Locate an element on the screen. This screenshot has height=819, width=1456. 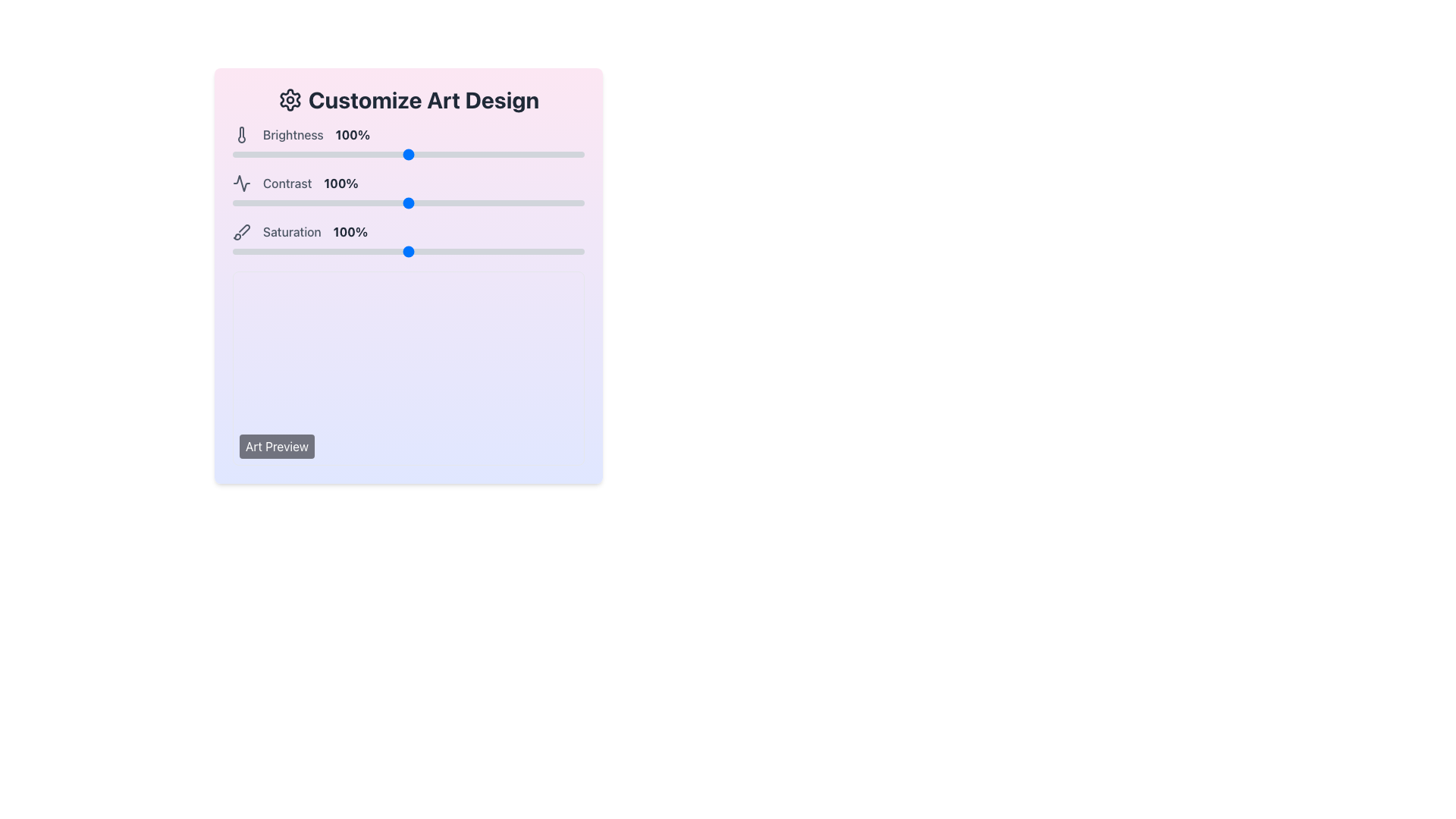
the brightness adjustment icon located to the far left of the 'Brightness' label and adjacent to the percentage indicator is located at coordinates (240, 133).